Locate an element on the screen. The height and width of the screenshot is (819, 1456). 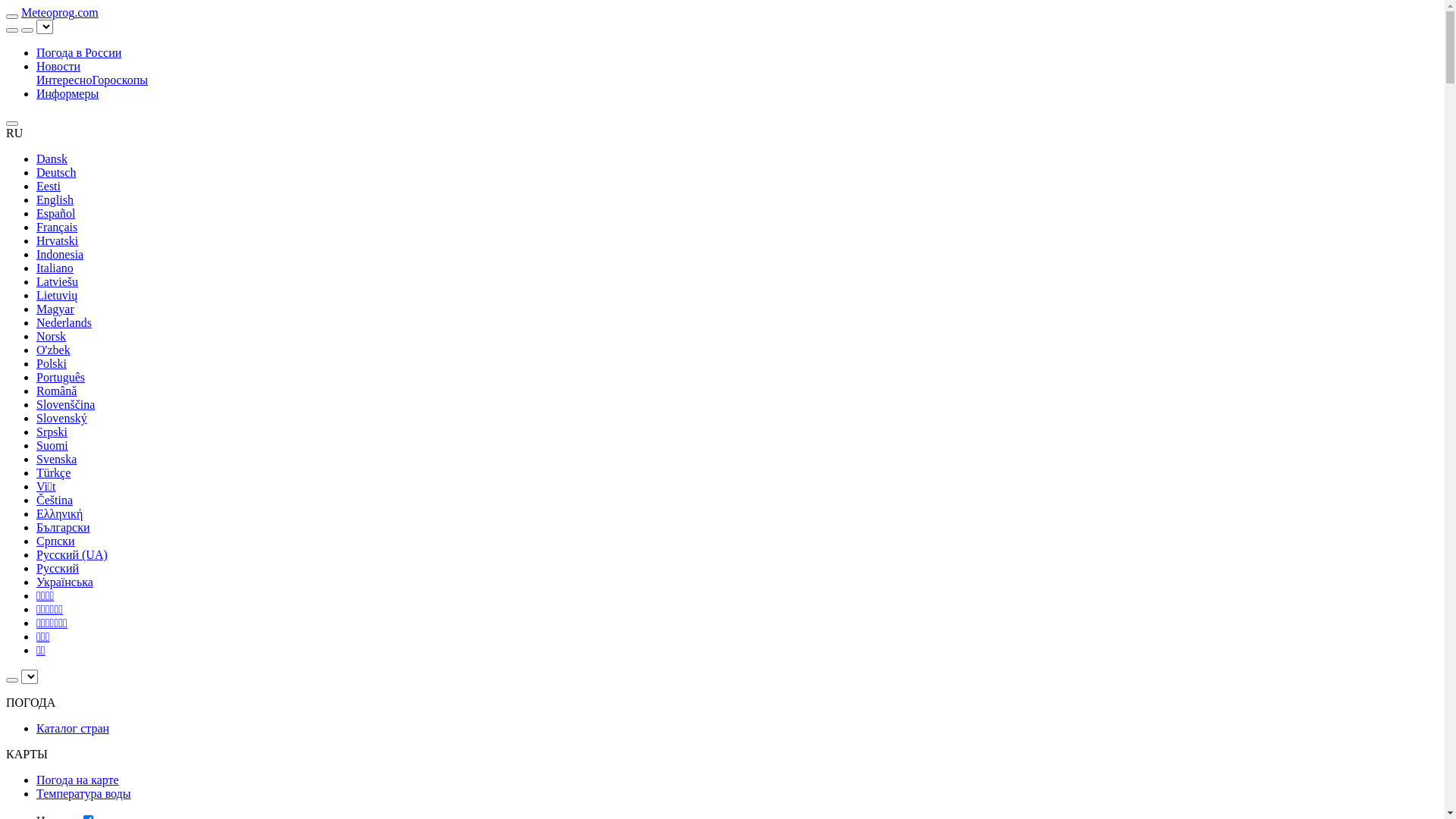
'Svenska' is located at coordinates (56, 458).